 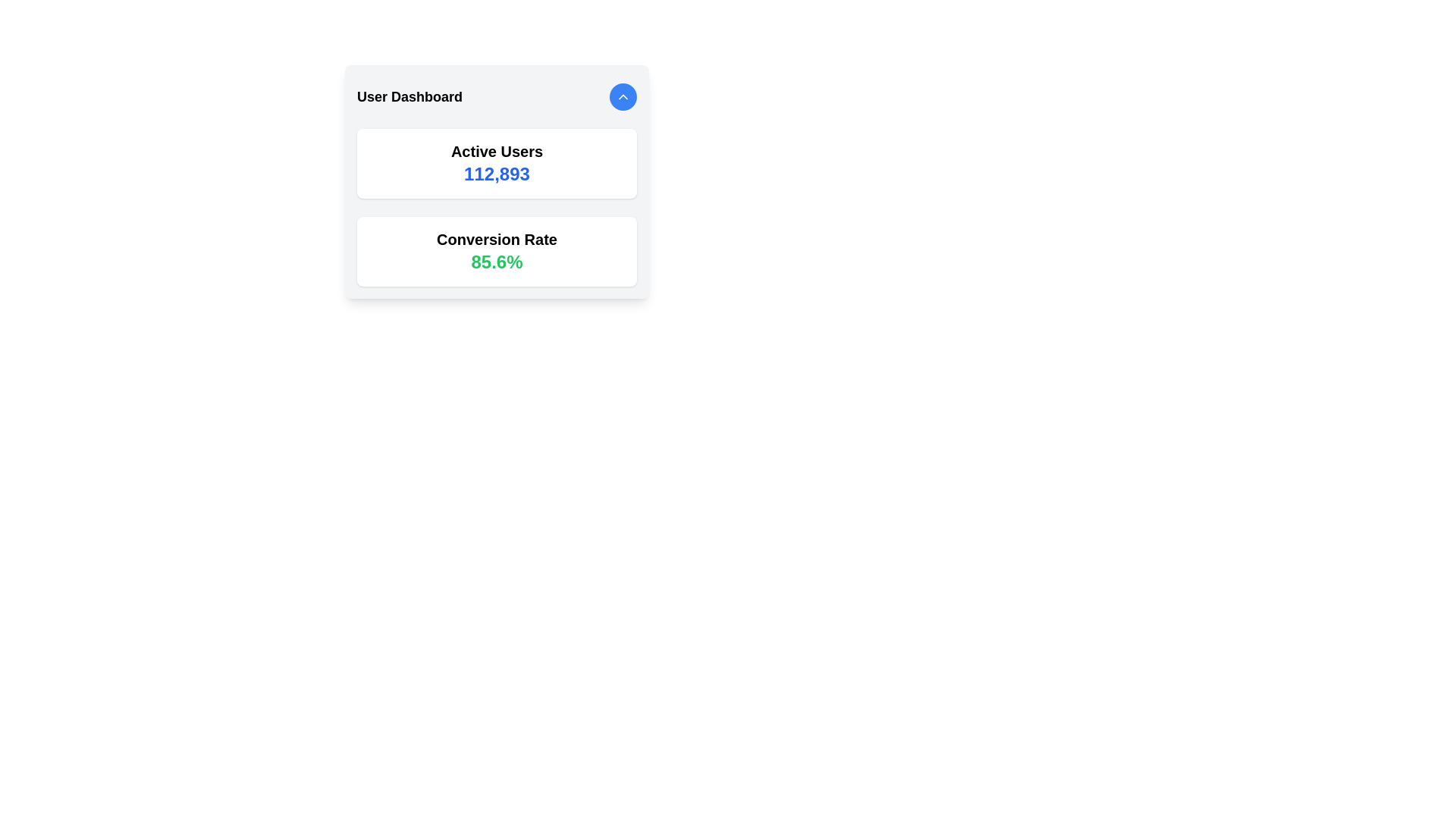 What do you see at coordinates (497, 152) in the screenshot?
I see `the 'Active Users' text label located at the top of the card-like panel that displays user count information` at bounding box center [497, 152].